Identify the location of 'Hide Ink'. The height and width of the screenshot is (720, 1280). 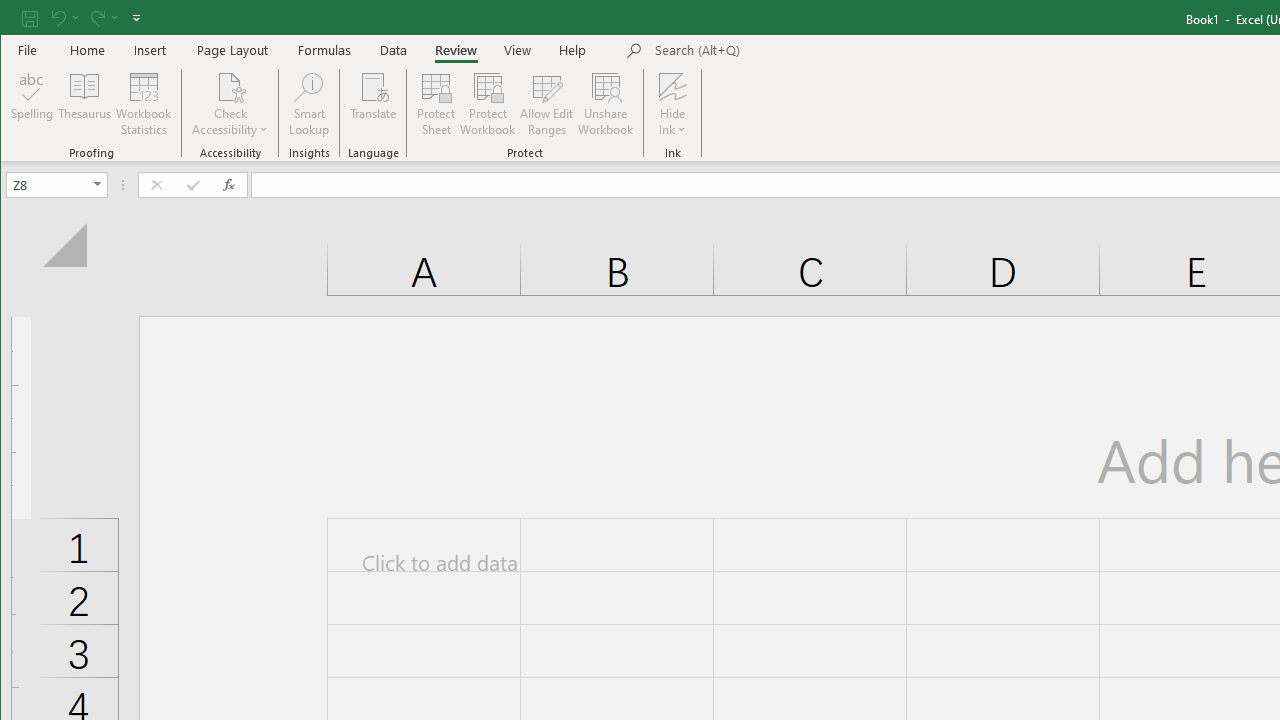
(672, 85).